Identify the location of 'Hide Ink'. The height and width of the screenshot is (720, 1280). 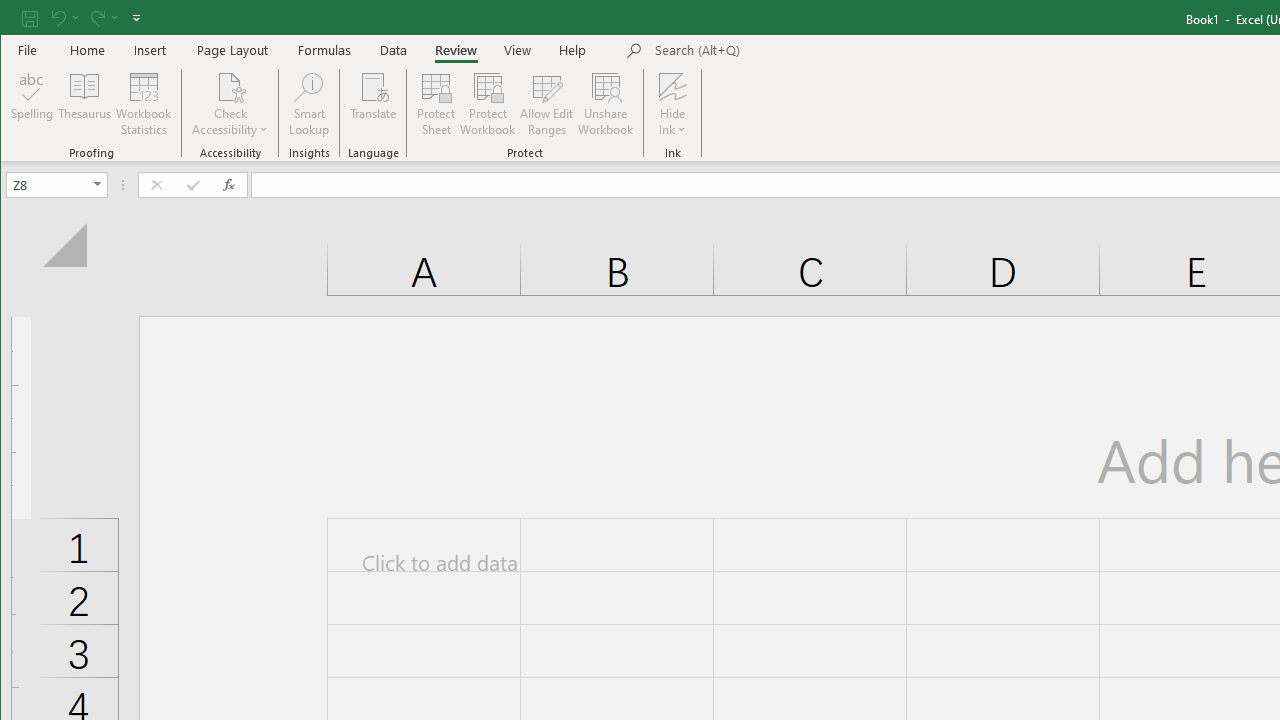
(672, 85).